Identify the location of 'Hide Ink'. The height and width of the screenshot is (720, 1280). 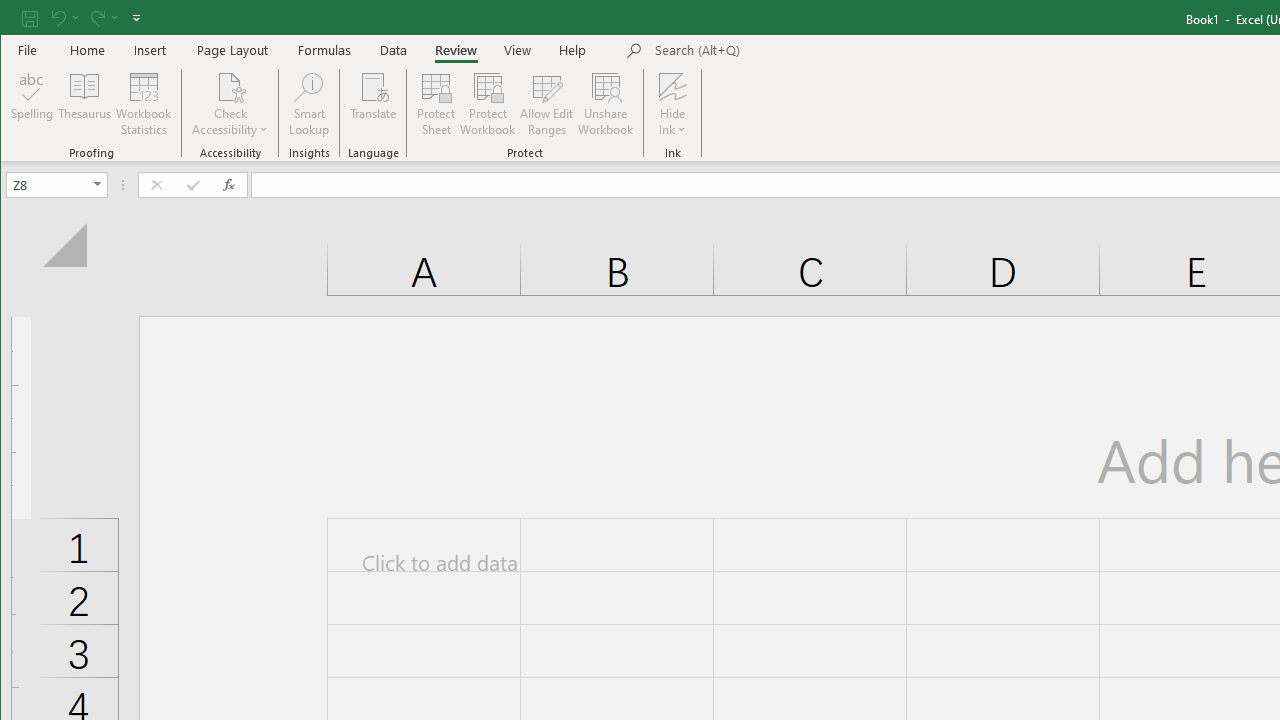
(672, 85).